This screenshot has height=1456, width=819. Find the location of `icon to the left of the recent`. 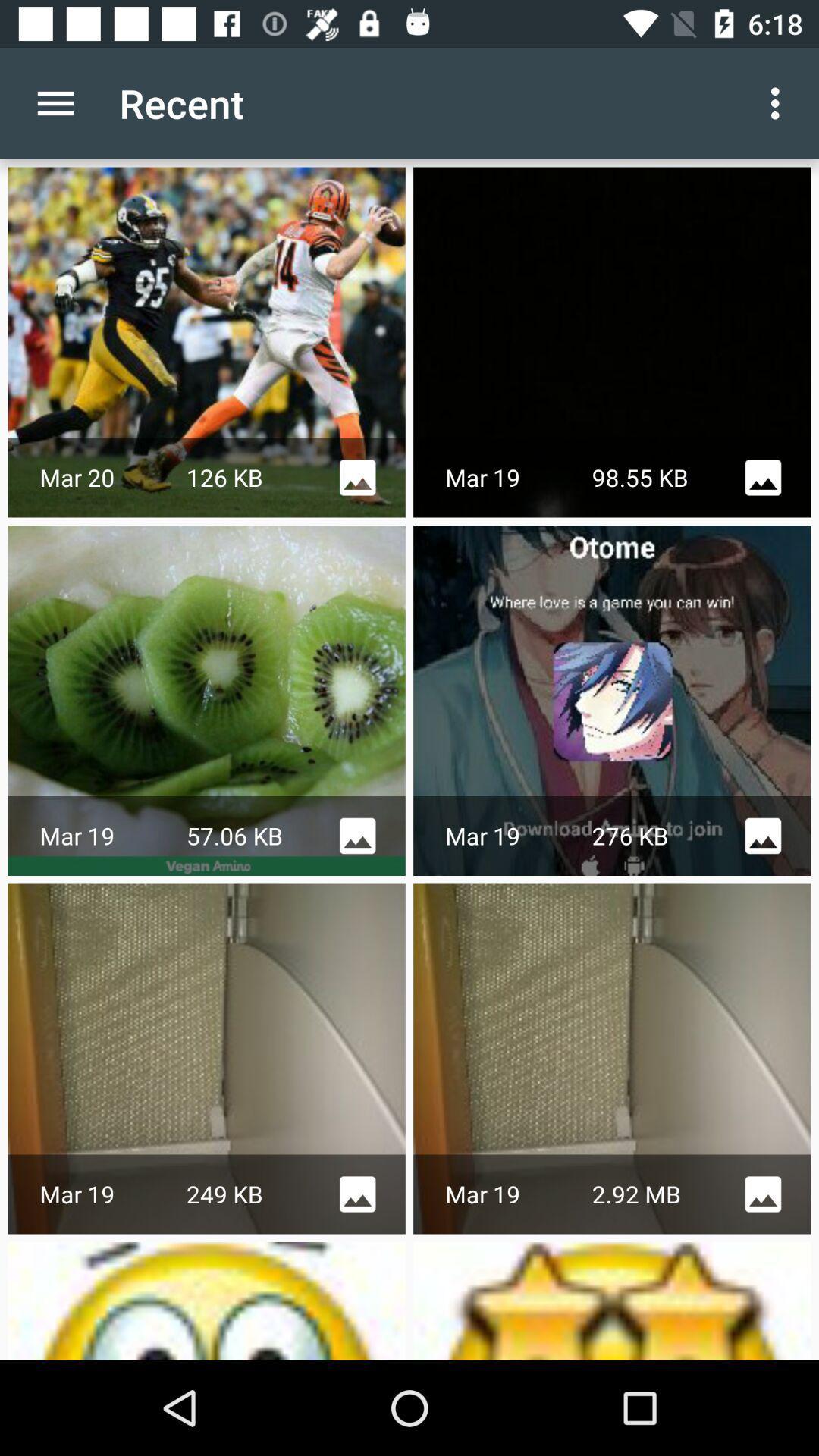

icon to the left of the recent is located at coordinates (55, 102).